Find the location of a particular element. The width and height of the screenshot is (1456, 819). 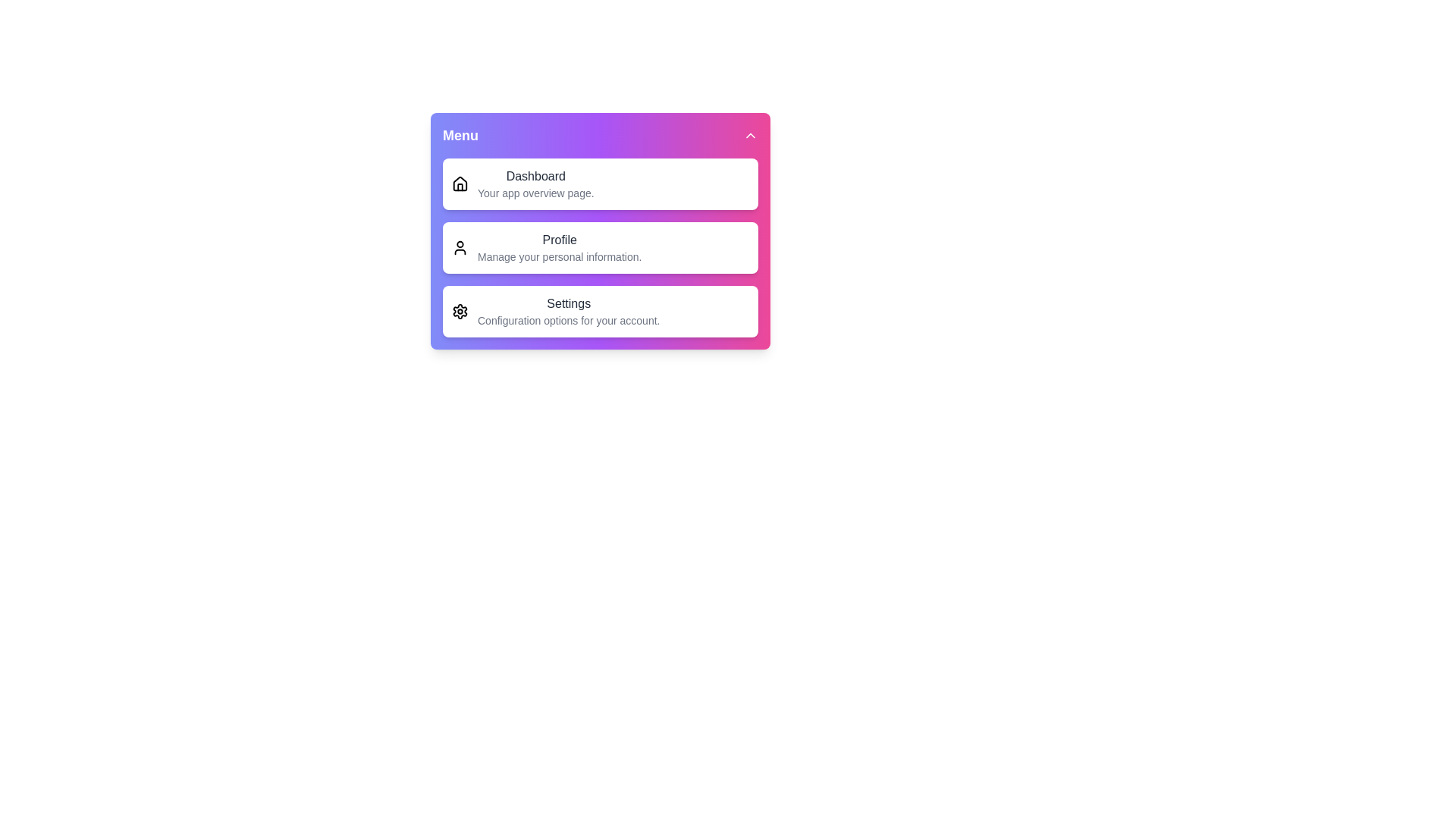

the toggle button to expand or collapse the menu is located at coordinates (600, 134).